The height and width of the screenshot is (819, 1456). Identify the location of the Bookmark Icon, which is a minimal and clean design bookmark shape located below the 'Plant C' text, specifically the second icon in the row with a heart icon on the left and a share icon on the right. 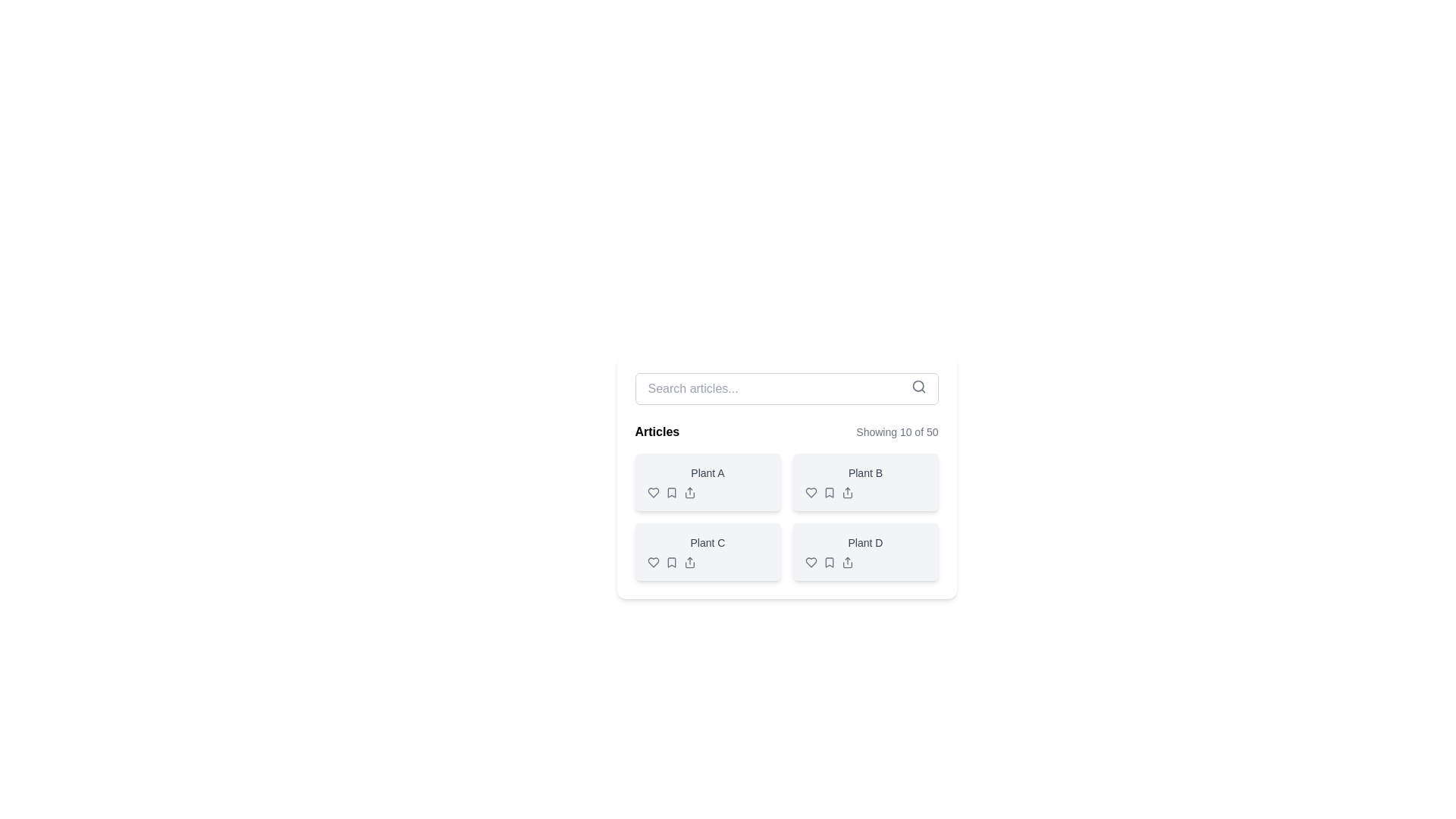
(670, 562).